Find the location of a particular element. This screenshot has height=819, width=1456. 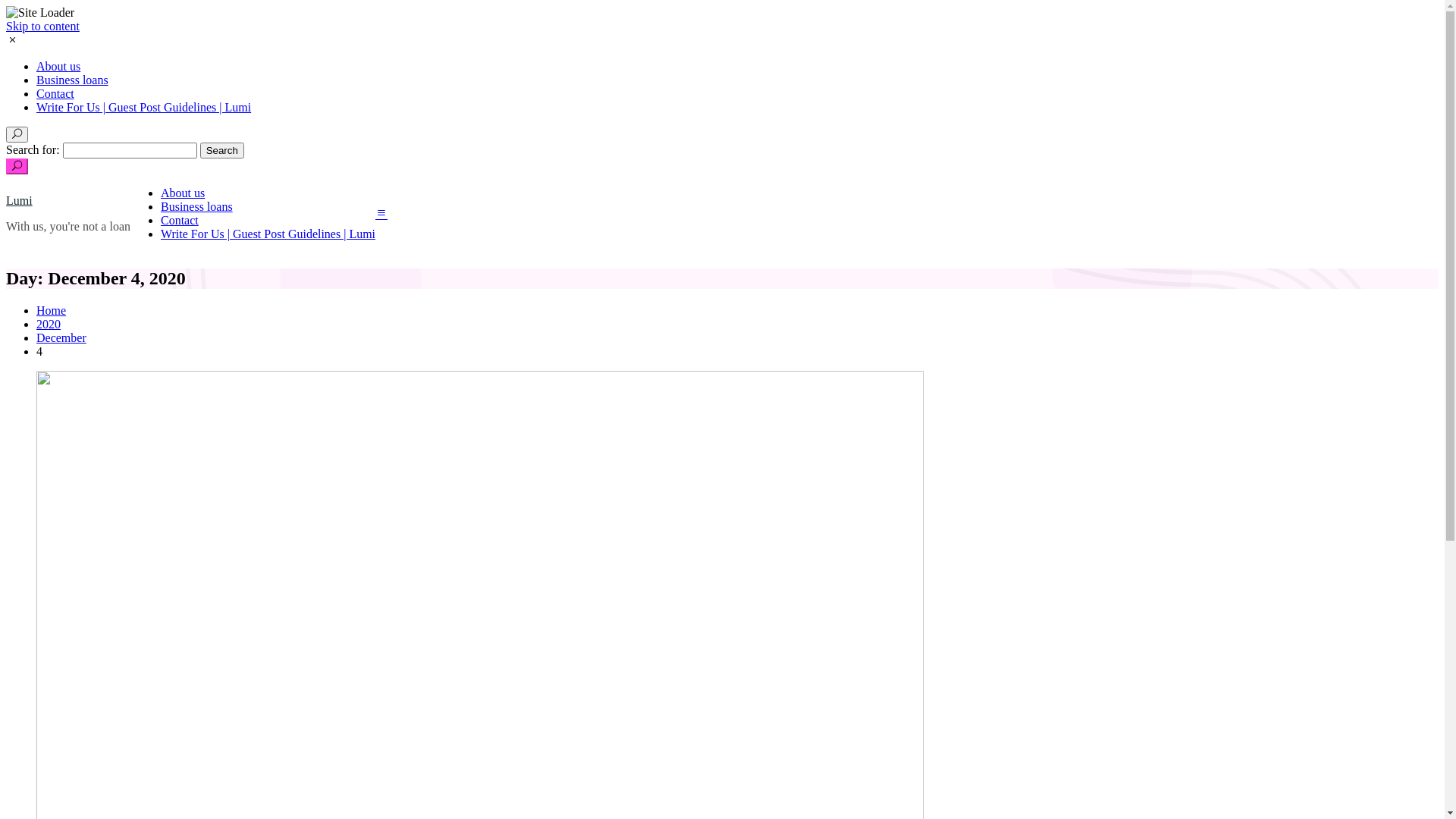

'Lumi' is located at coordinates (19, 199).